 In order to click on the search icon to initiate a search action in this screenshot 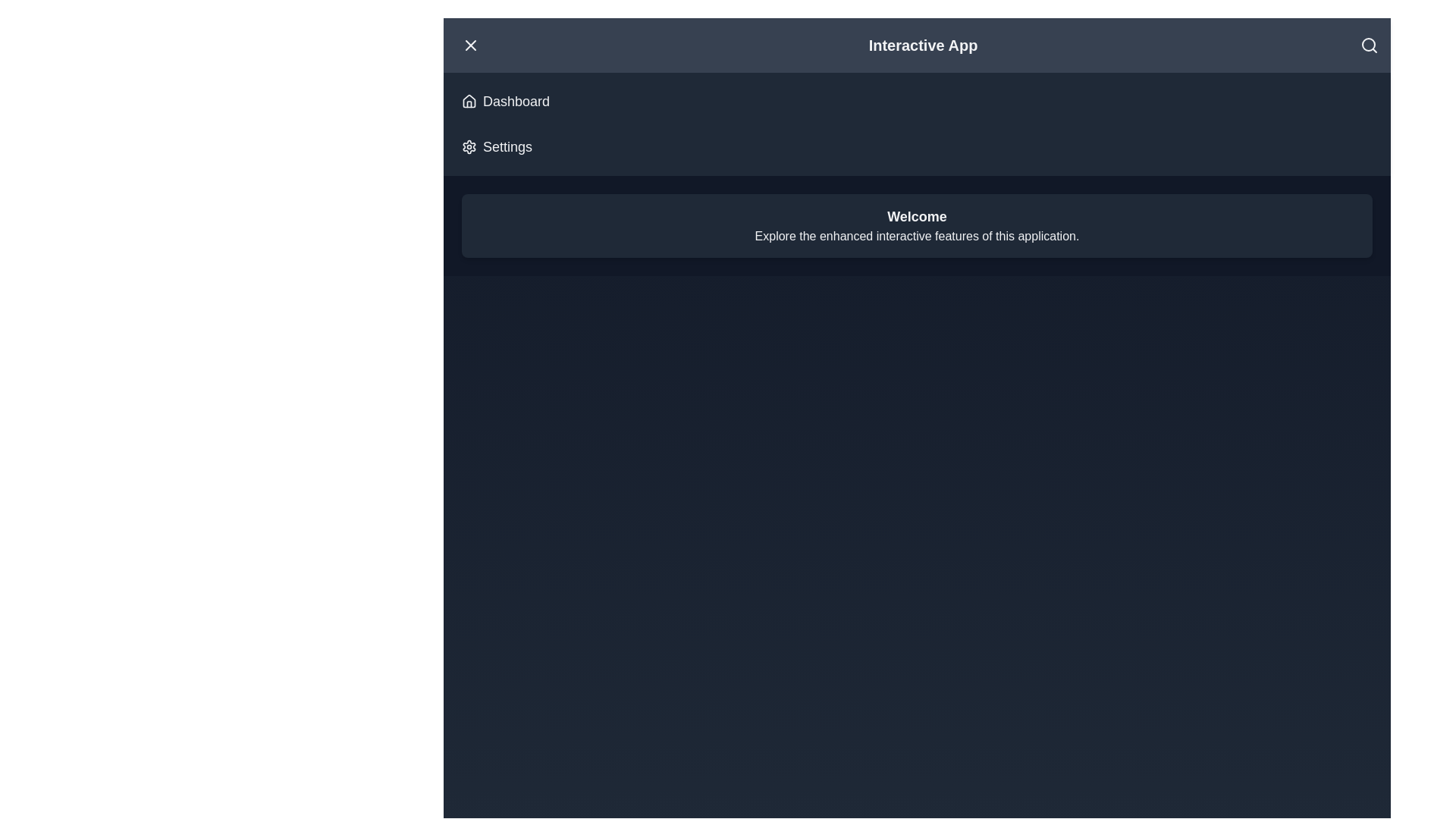, I will do `click(1369, 45)`.